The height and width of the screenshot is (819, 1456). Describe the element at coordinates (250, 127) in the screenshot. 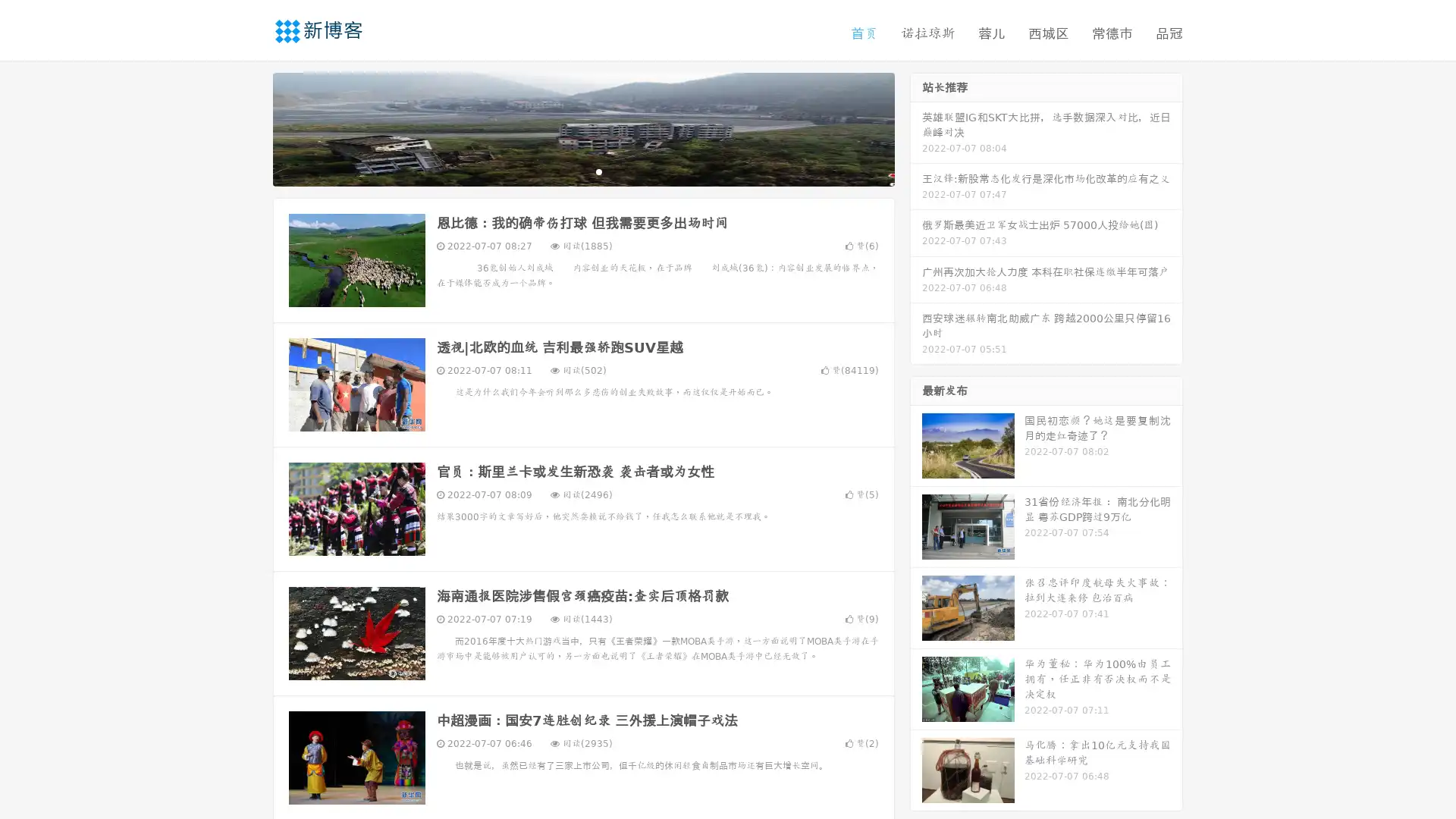

I see `Previous slide` at that location.